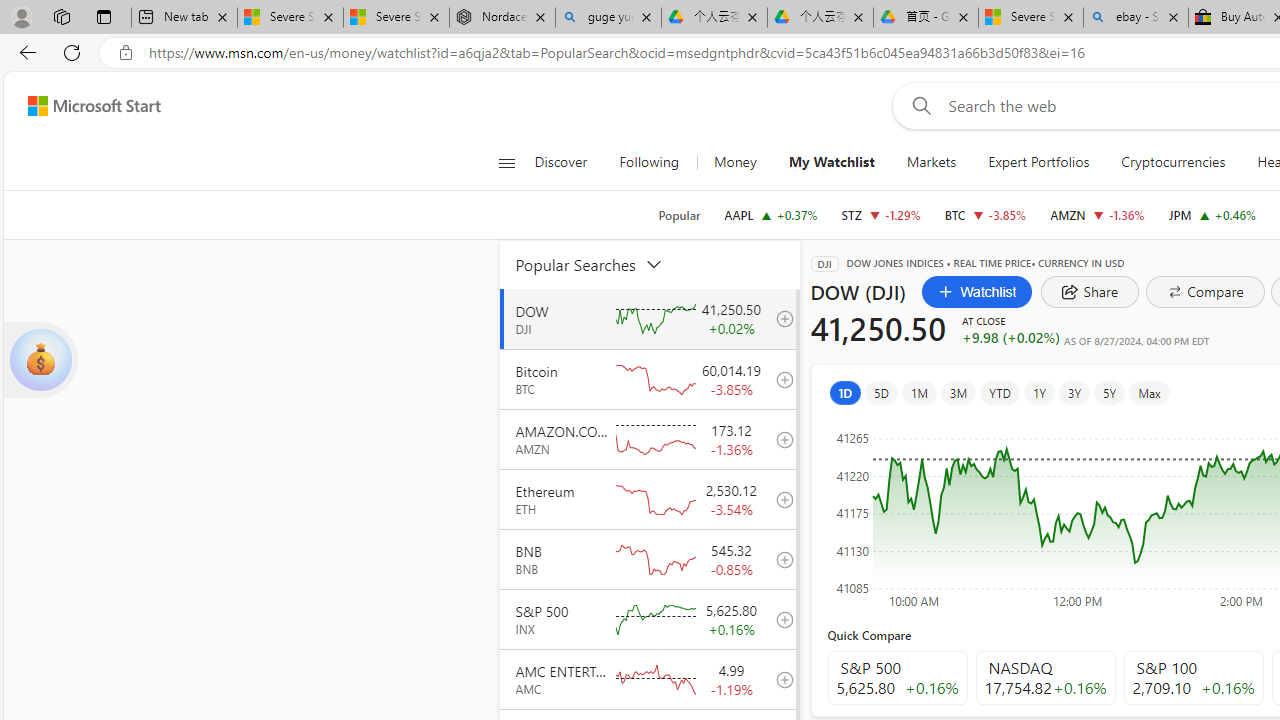 Image resolution: width=1280 pixels, height=720 pixels. What do you see at coordinates (930, 162) in the screenshot?
I see `'Markets'` at bounding box center [930, 162].